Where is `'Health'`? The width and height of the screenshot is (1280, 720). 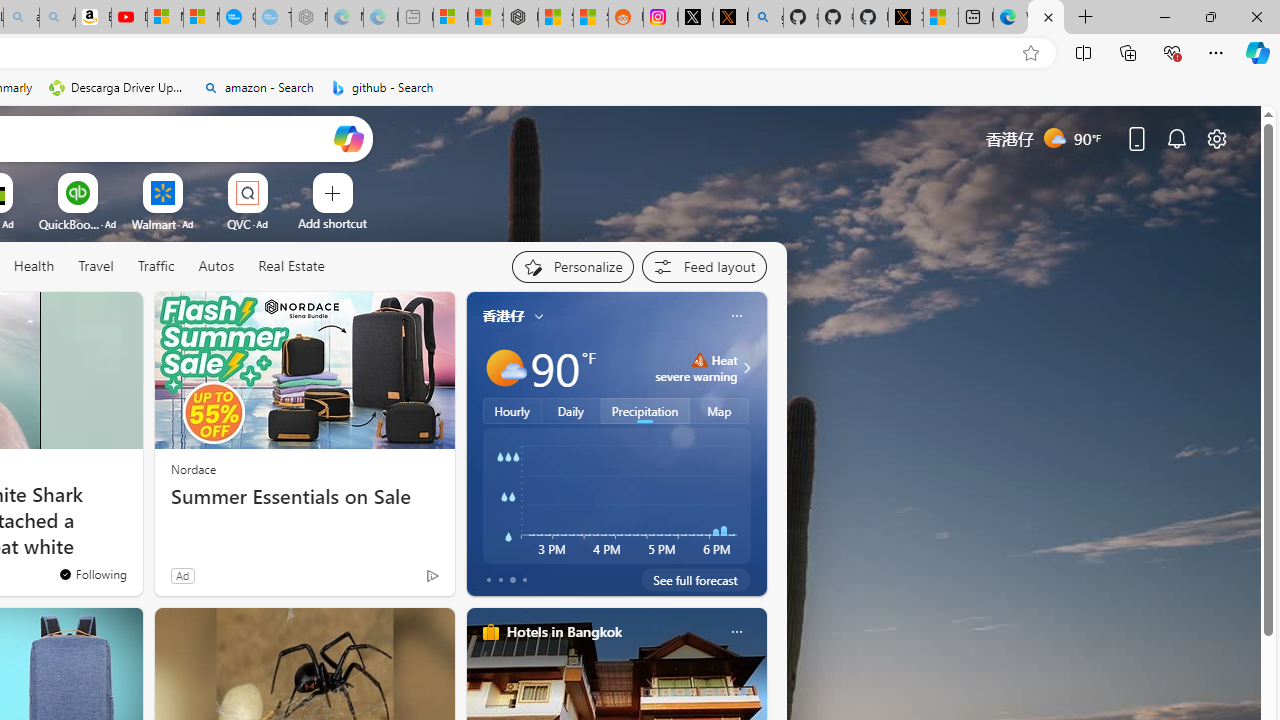
'Health' is located at coordinates (33, 266).